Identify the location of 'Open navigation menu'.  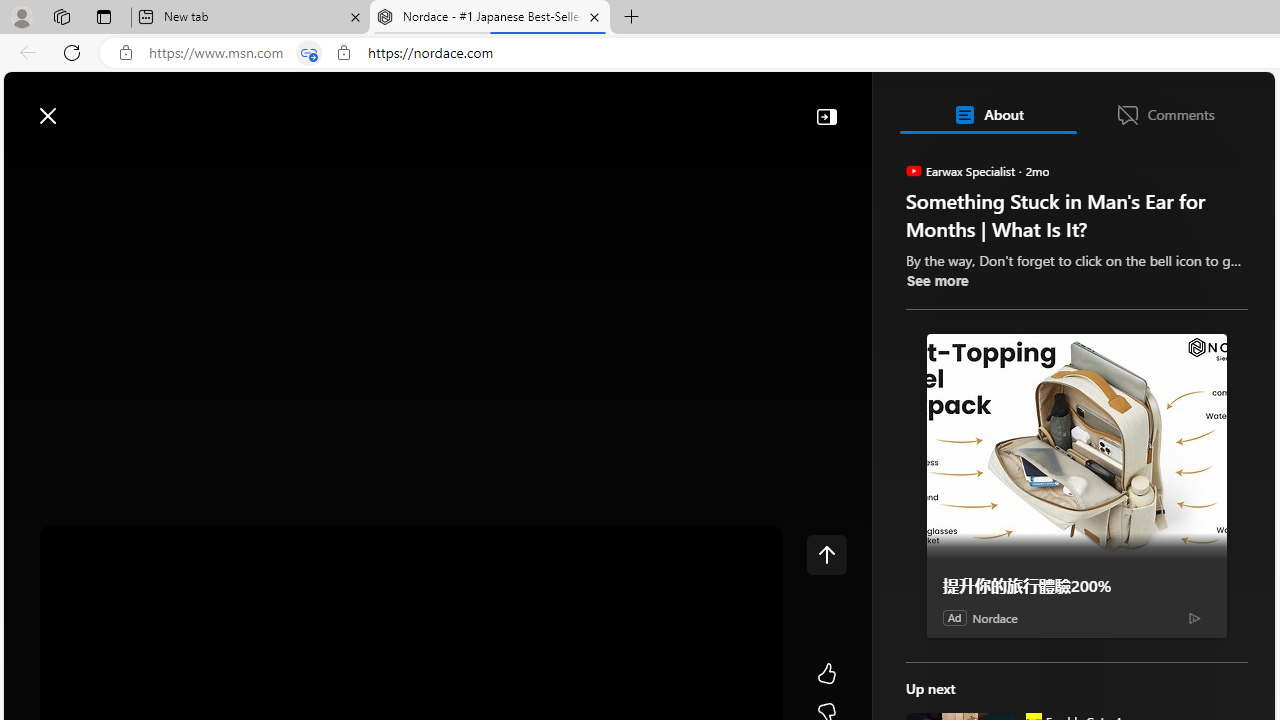
(29, 162).